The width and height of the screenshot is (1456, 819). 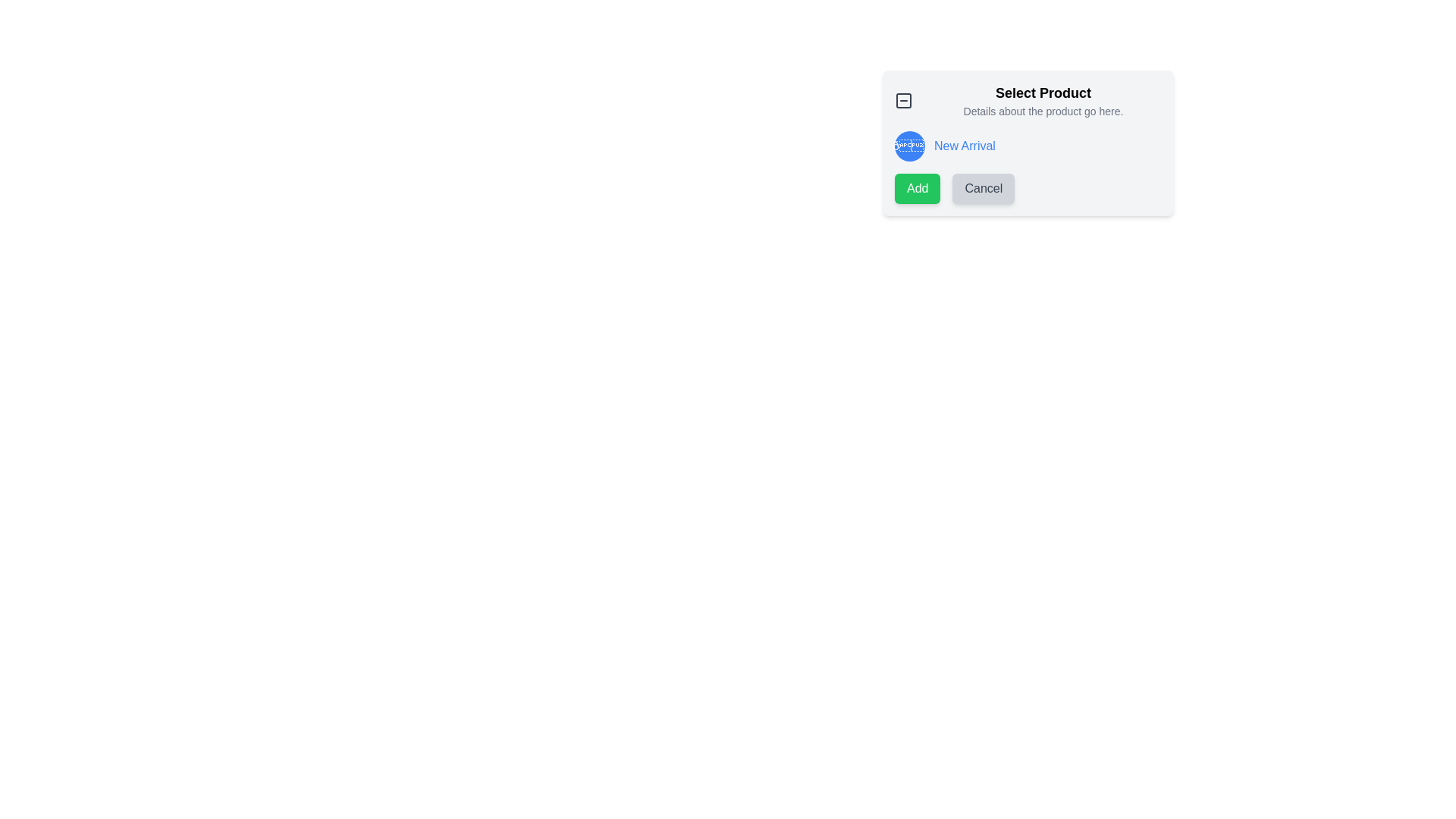 I want to click on the Text Label that reads 'Details about the product go here.' positioned directly below the 'Select Product' header, so click(x=1043, y=110).